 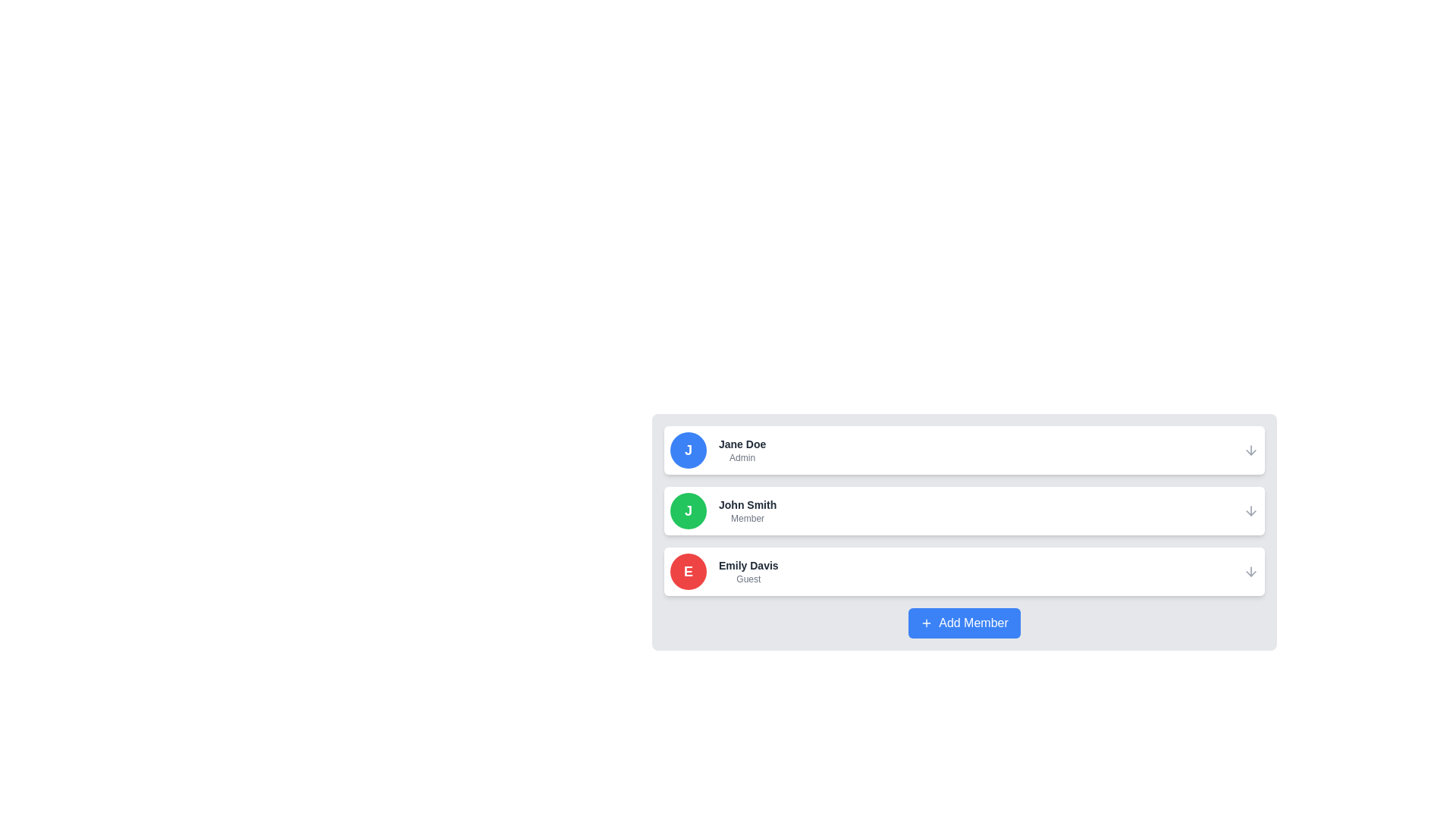 I want to click on the text element displaying 'Emily Davis', which is styled with a small bold font in dark gray, located in the bottom row of user cards, so click(x=748, y=565).